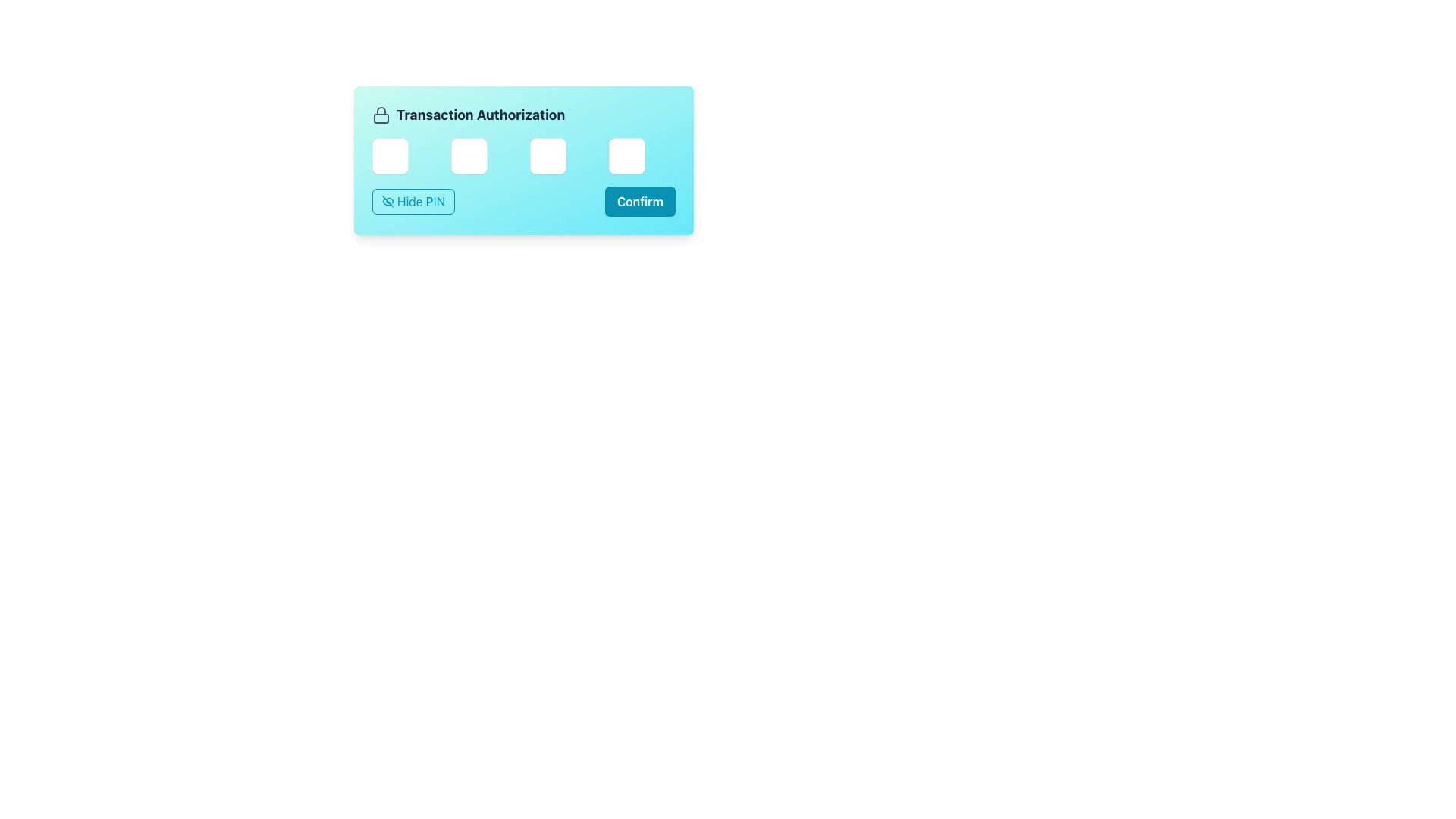 The width and height of the screenshot is (1456, 819). I want to click on the eye icon with a slash that indicates functionality related to hiding sensitive information within the 'Hide PIN' button located at the bottom left of the transaction authorization interface, so click(388, 201).